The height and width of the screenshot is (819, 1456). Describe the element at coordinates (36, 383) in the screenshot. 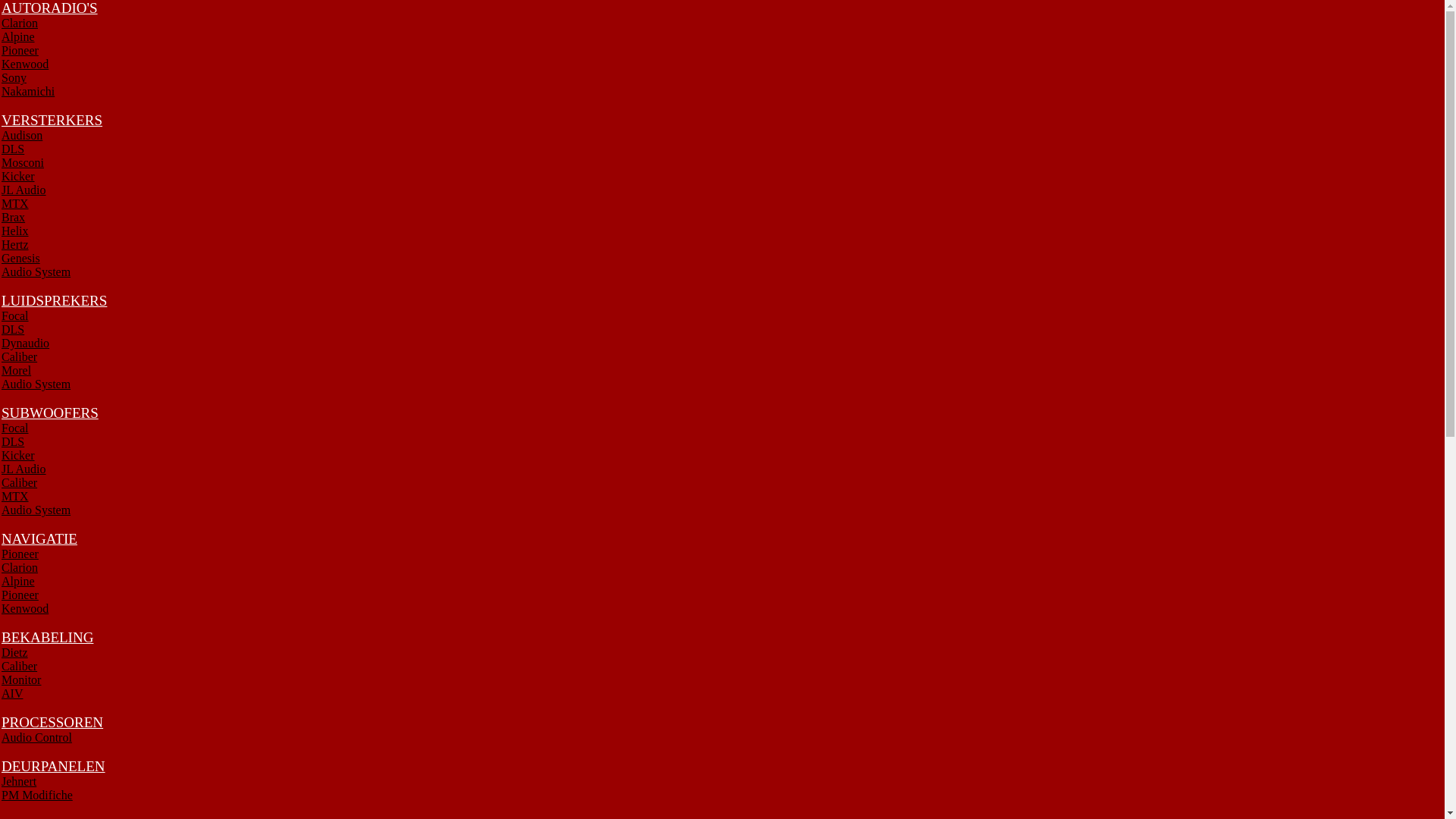

I see `'Audio System'` at that location.